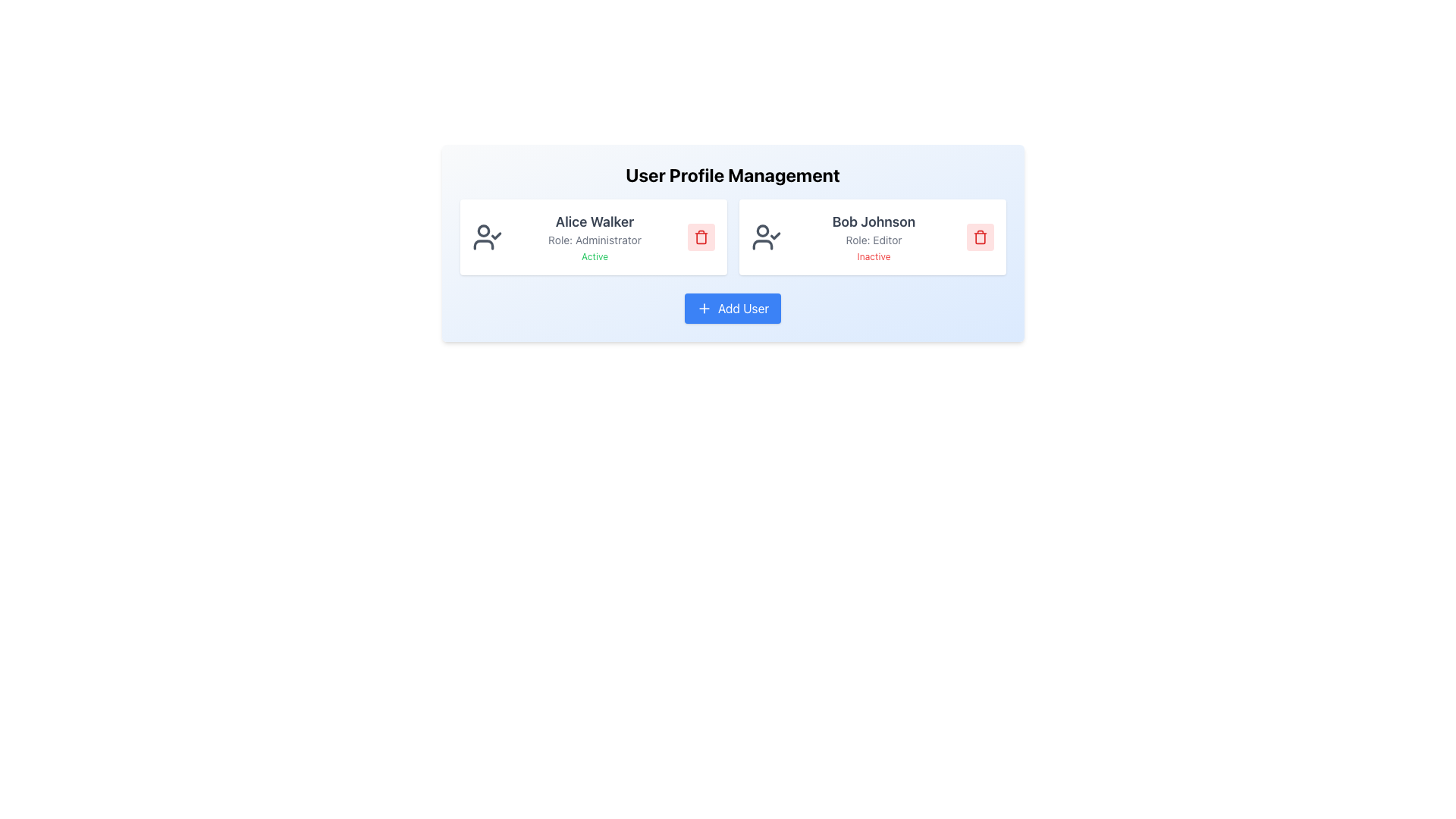 The height and width of the screenshot is (819, 1456). What do you see at coordinates (594, 239) in the screenshot?
I see `the static text label that reads 'Role: Administrator', which is displayed in a small gray font and is positioned directly below 'Alice Walker'` at bounding box center [594, 239].